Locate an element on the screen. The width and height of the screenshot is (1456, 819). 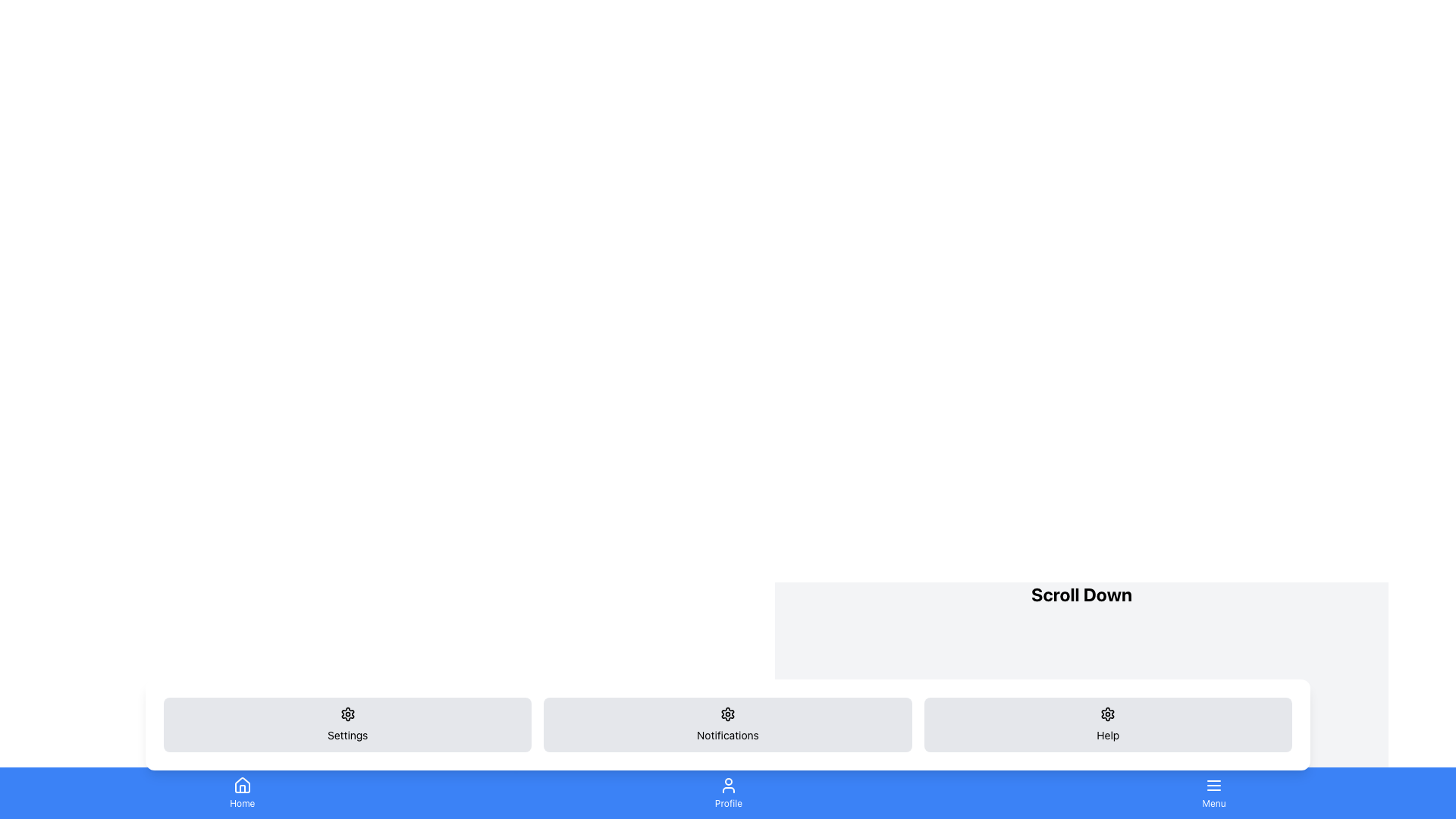
the cogwheel icon located within the 'Settings' button in the bottom bar, second slot from the left is located at coordinates (347, 714).